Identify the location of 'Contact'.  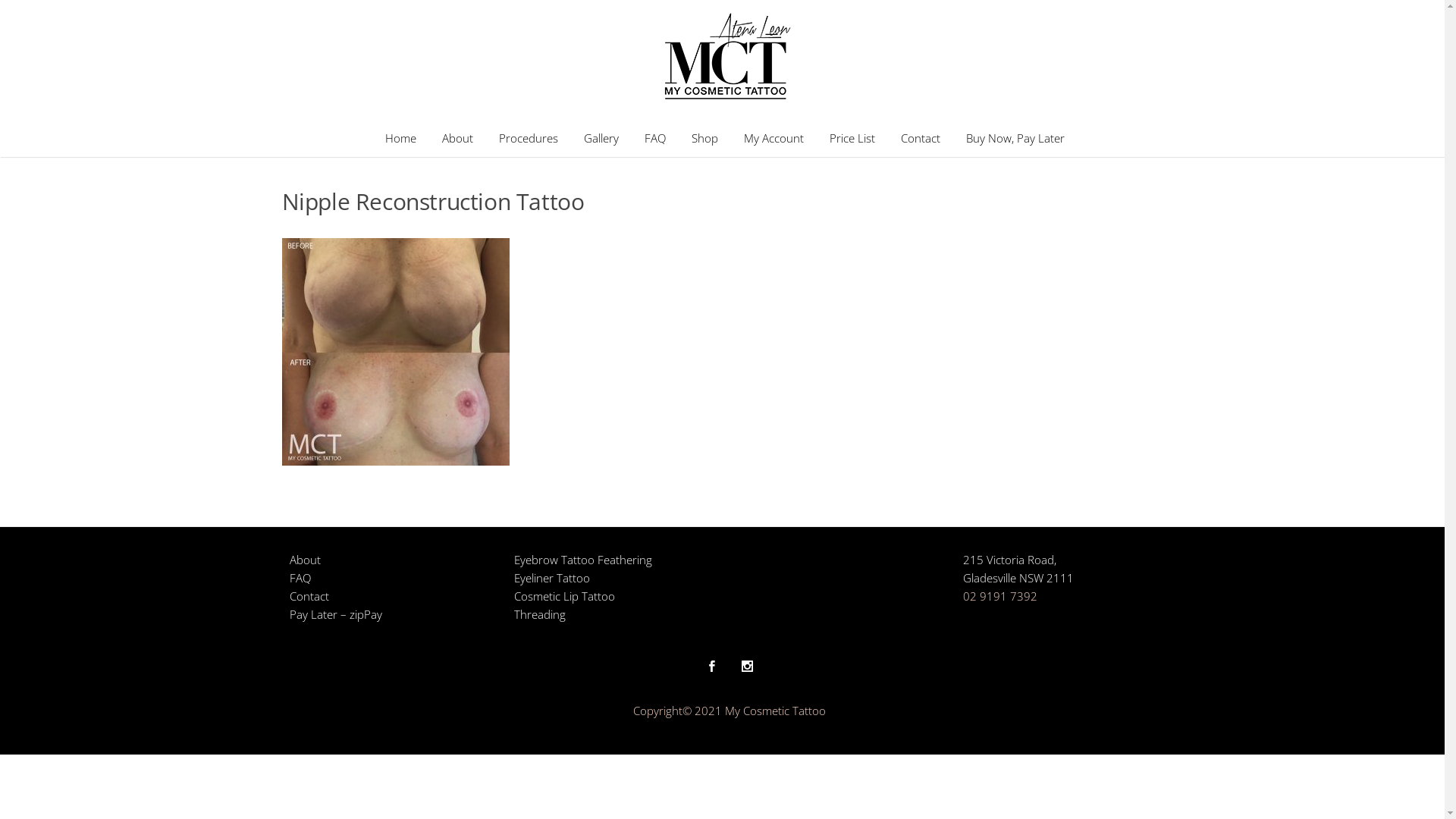
(309, 595).